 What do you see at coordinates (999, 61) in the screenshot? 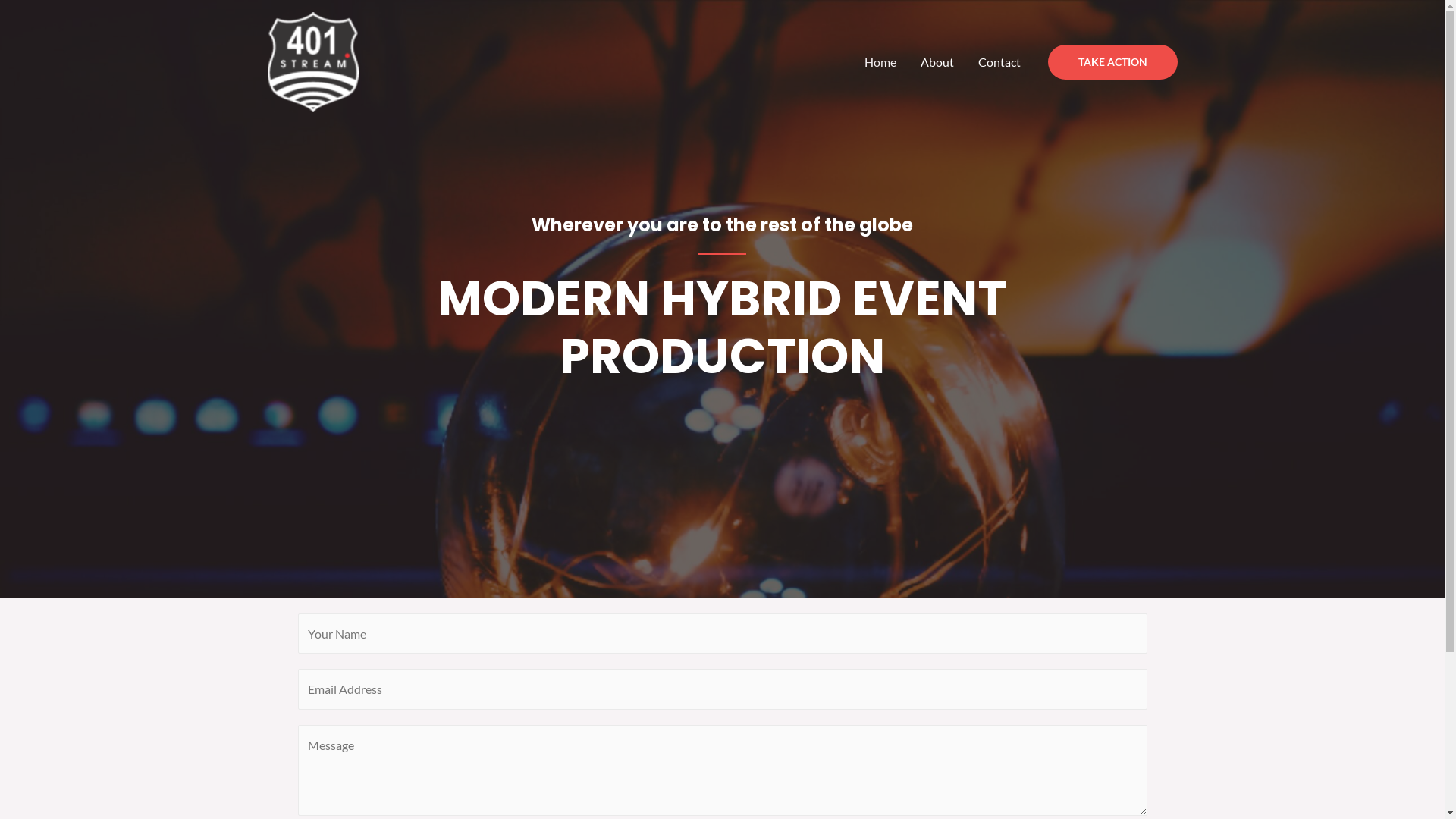
I see `'Contact'` at bounding box center [999, 61].